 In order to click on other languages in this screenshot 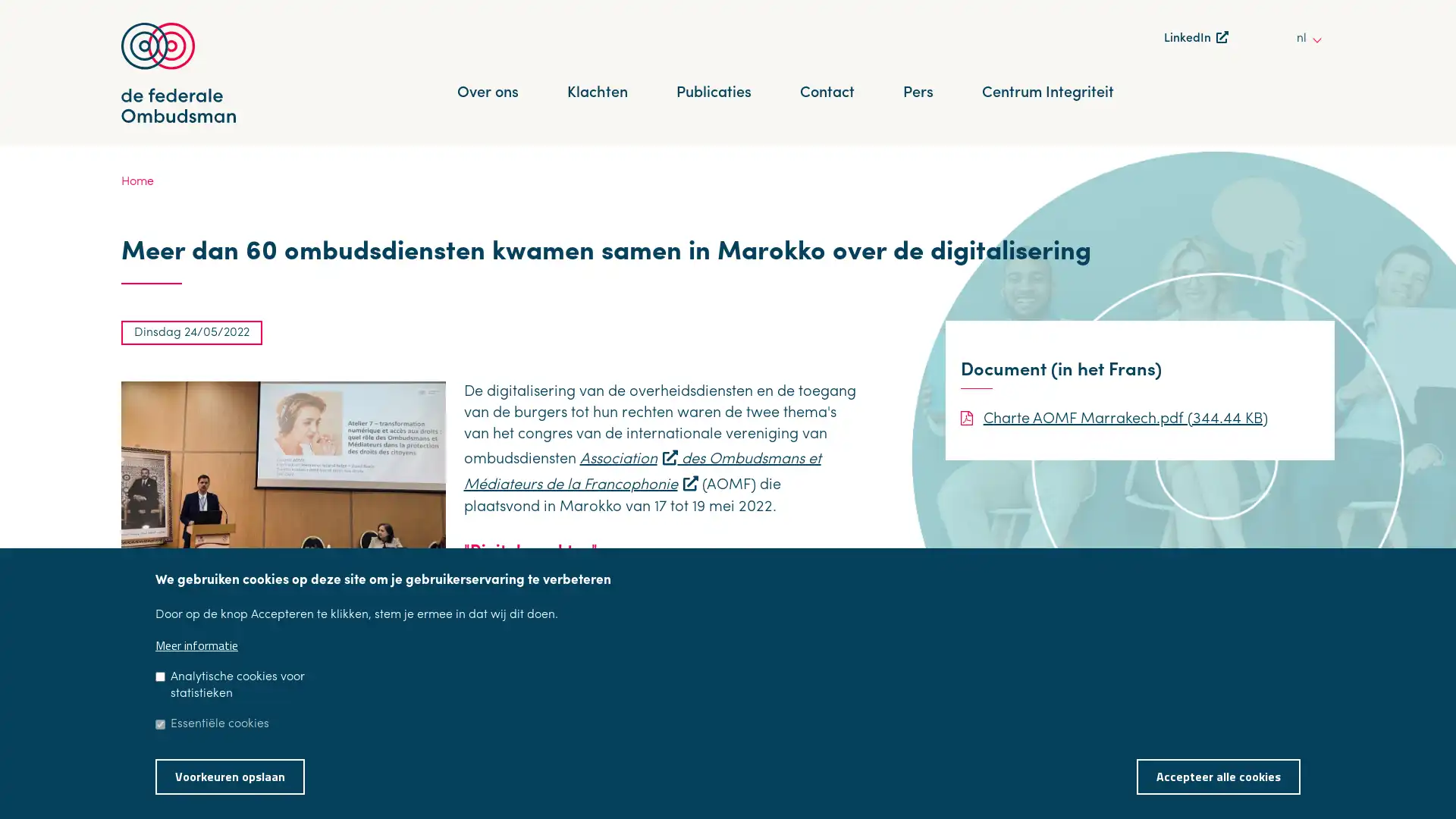, I will do `click(1320, 37)`.